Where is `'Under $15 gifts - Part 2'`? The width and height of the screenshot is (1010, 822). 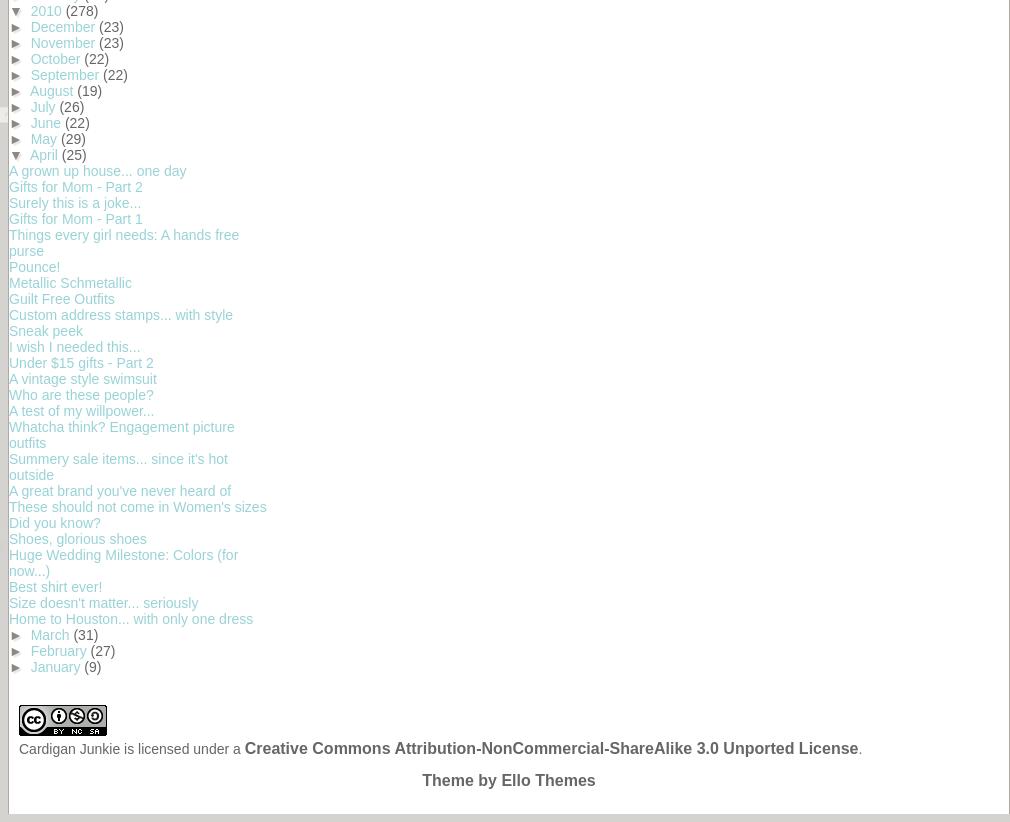
'Under $15 gifts - Part 2' is located at coordinates (80, 361).